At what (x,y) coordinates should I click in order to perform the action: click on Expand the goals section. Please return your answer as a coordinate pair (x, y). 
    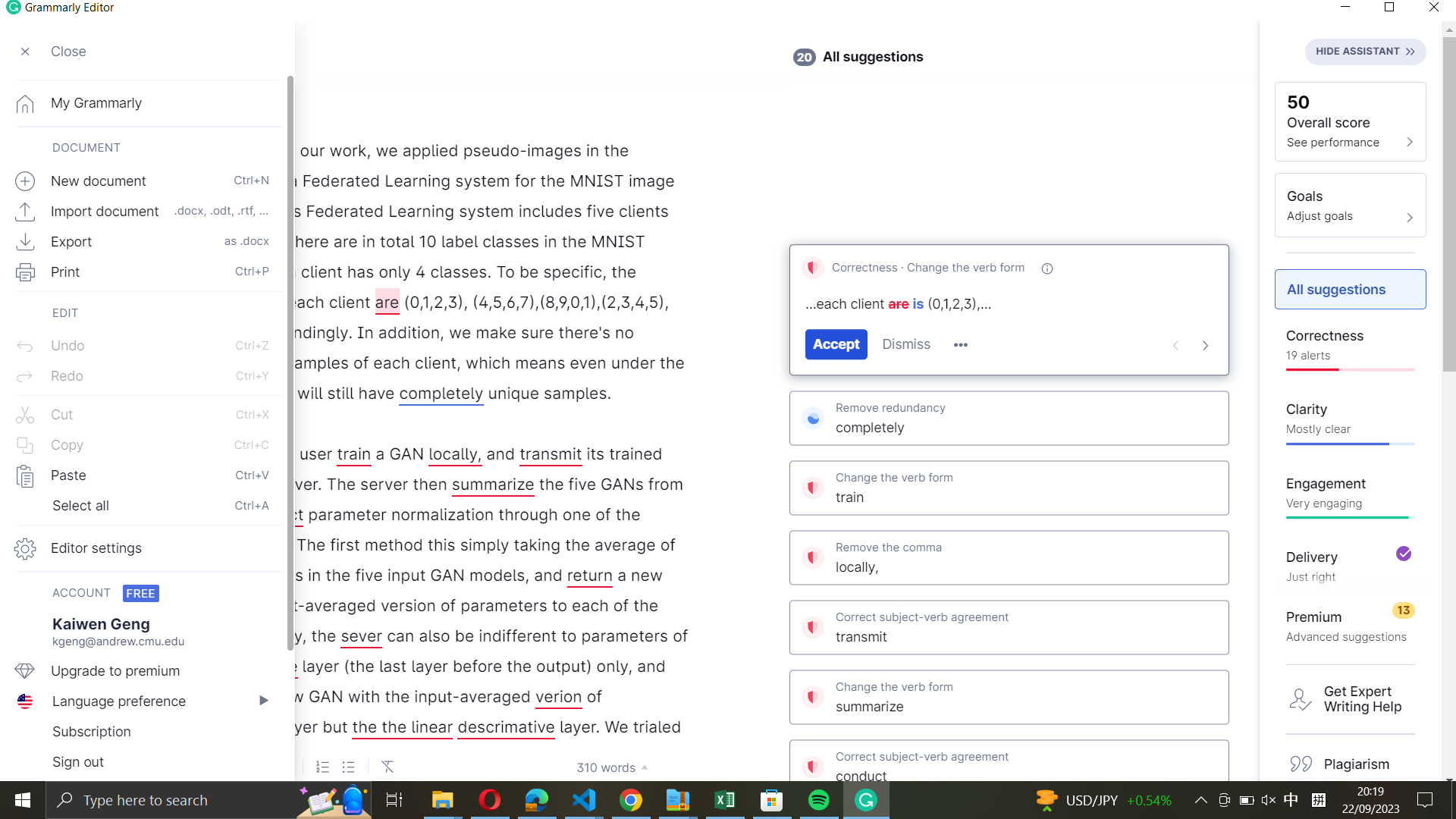
    Looking at the image, I should click on (1350, 205).